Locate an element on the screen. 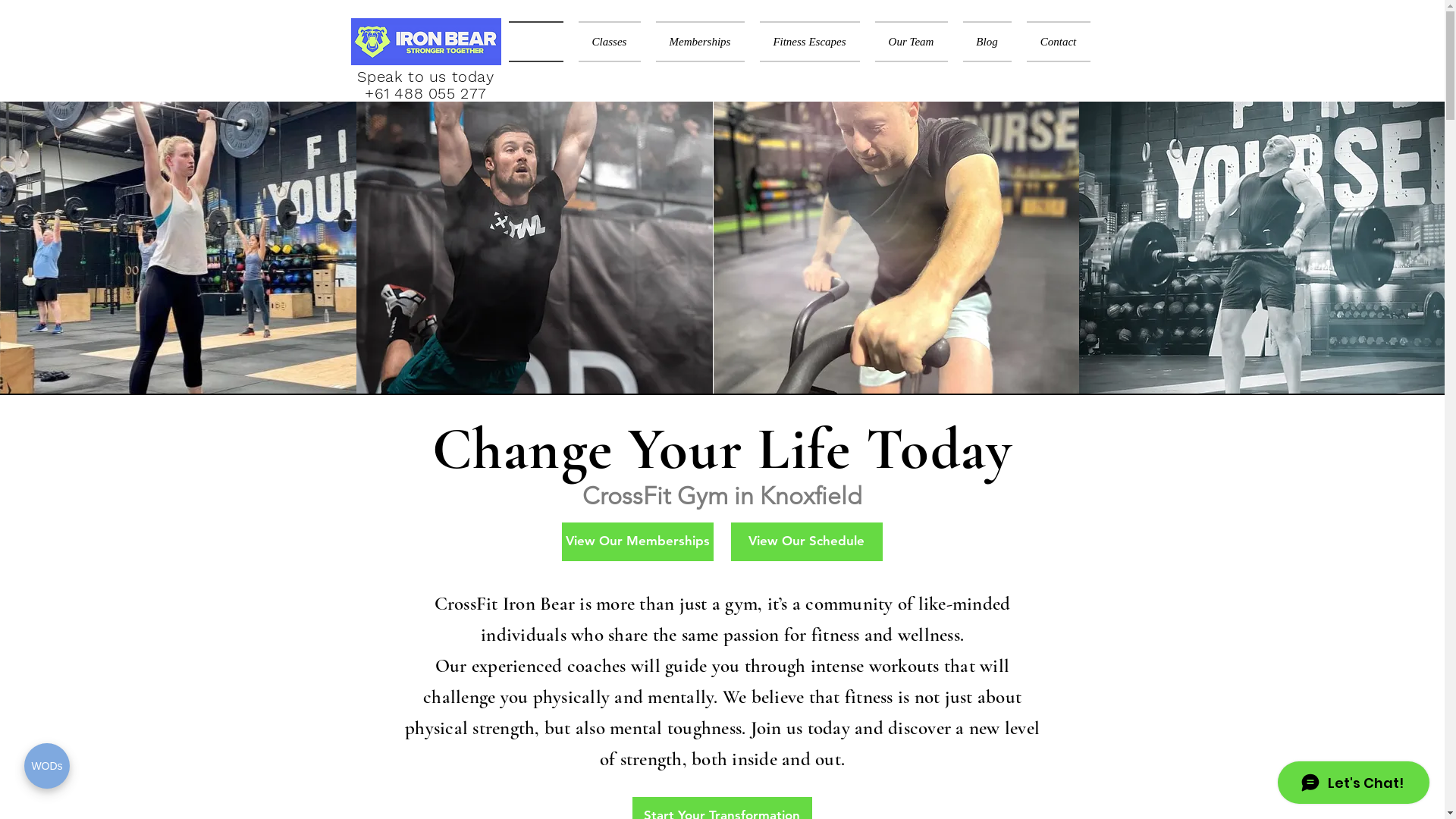  'Our Team' is located at coordinates (910, 40).